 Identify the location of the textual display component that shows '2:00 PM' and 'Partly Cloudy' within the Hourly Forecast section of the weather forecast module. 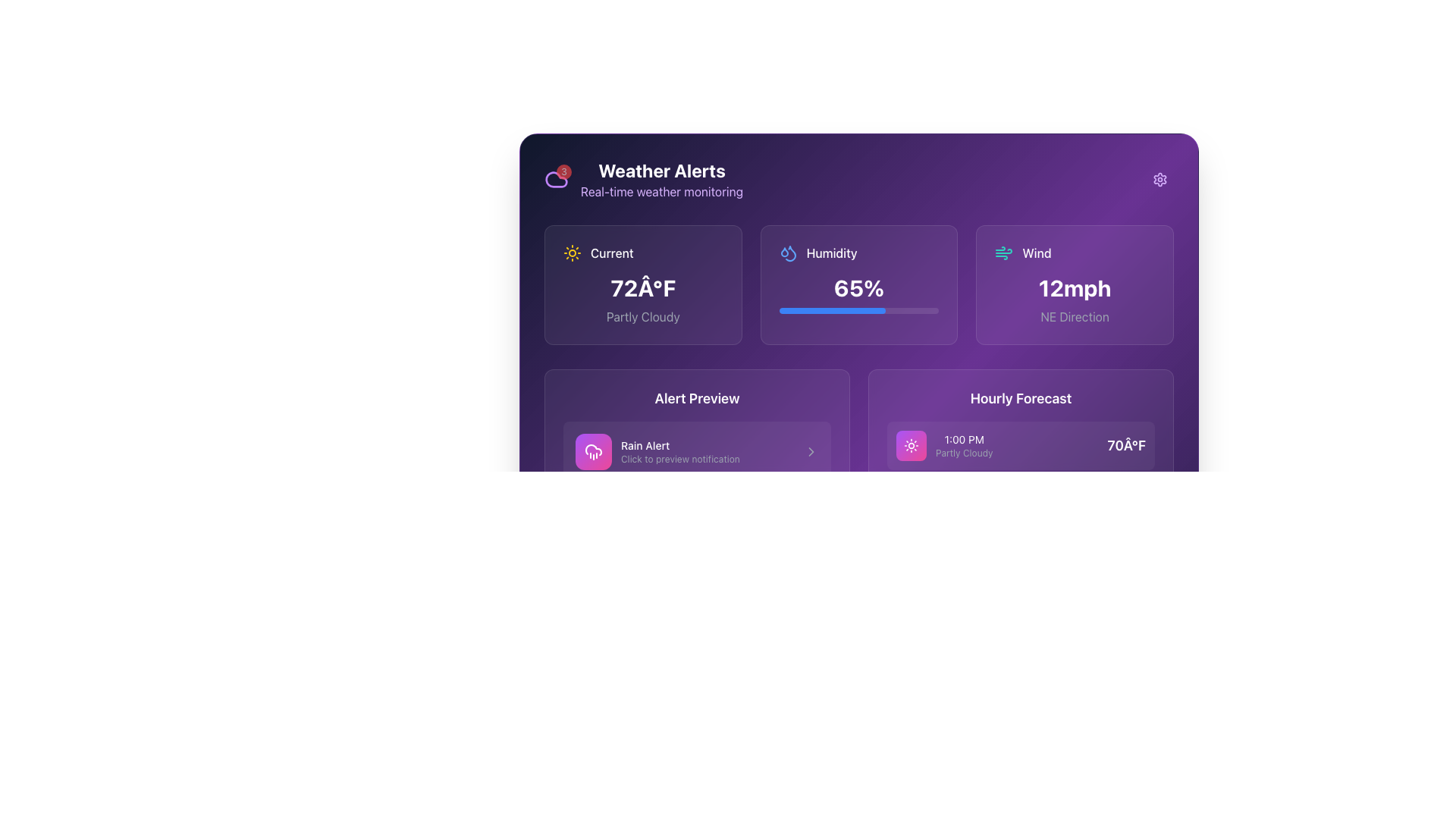
(963, 506).